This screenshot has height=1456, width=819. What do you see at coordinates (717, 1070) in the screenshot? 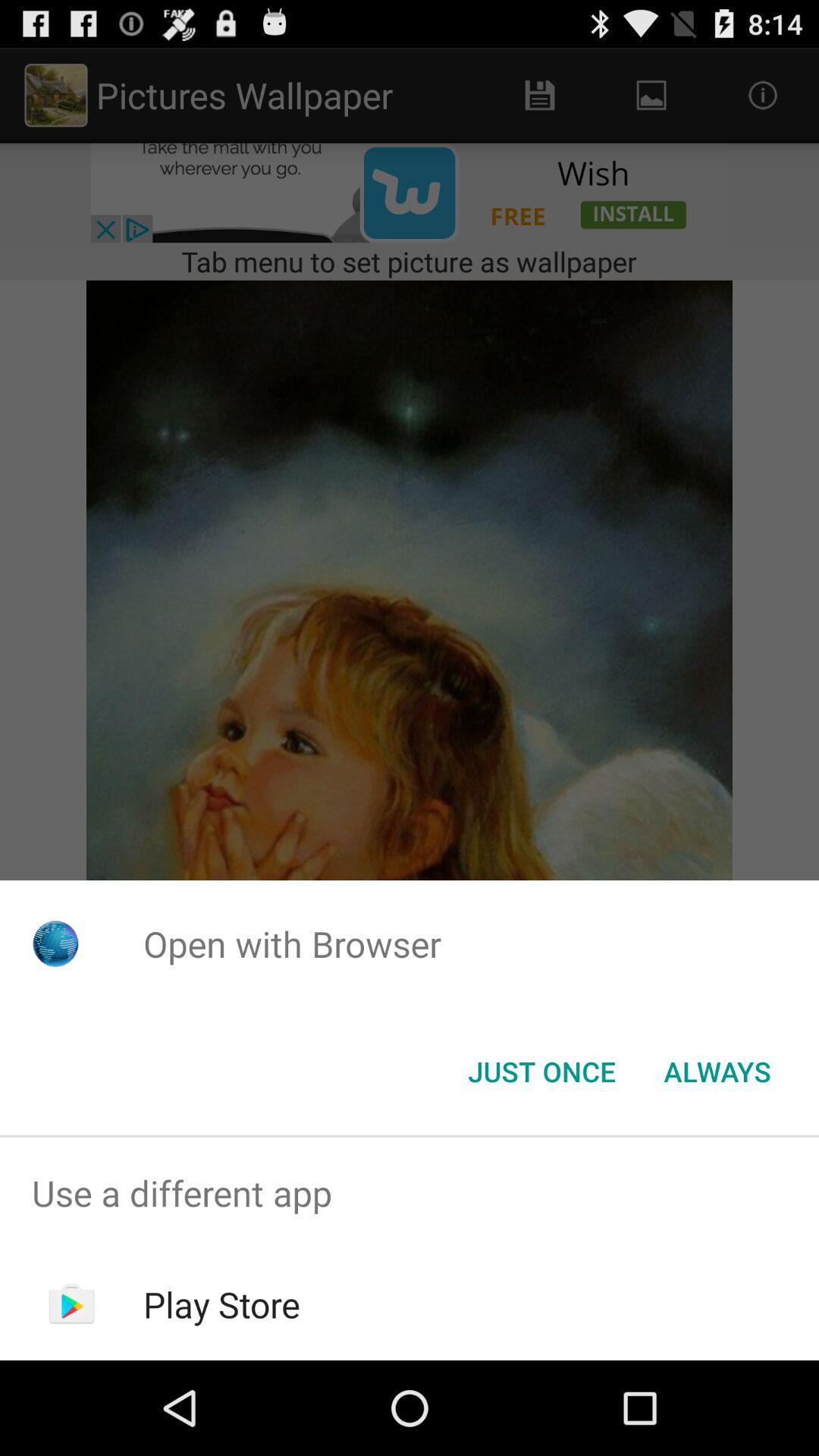
I see `item next to just once icon` at bounding box center [717, 1070].